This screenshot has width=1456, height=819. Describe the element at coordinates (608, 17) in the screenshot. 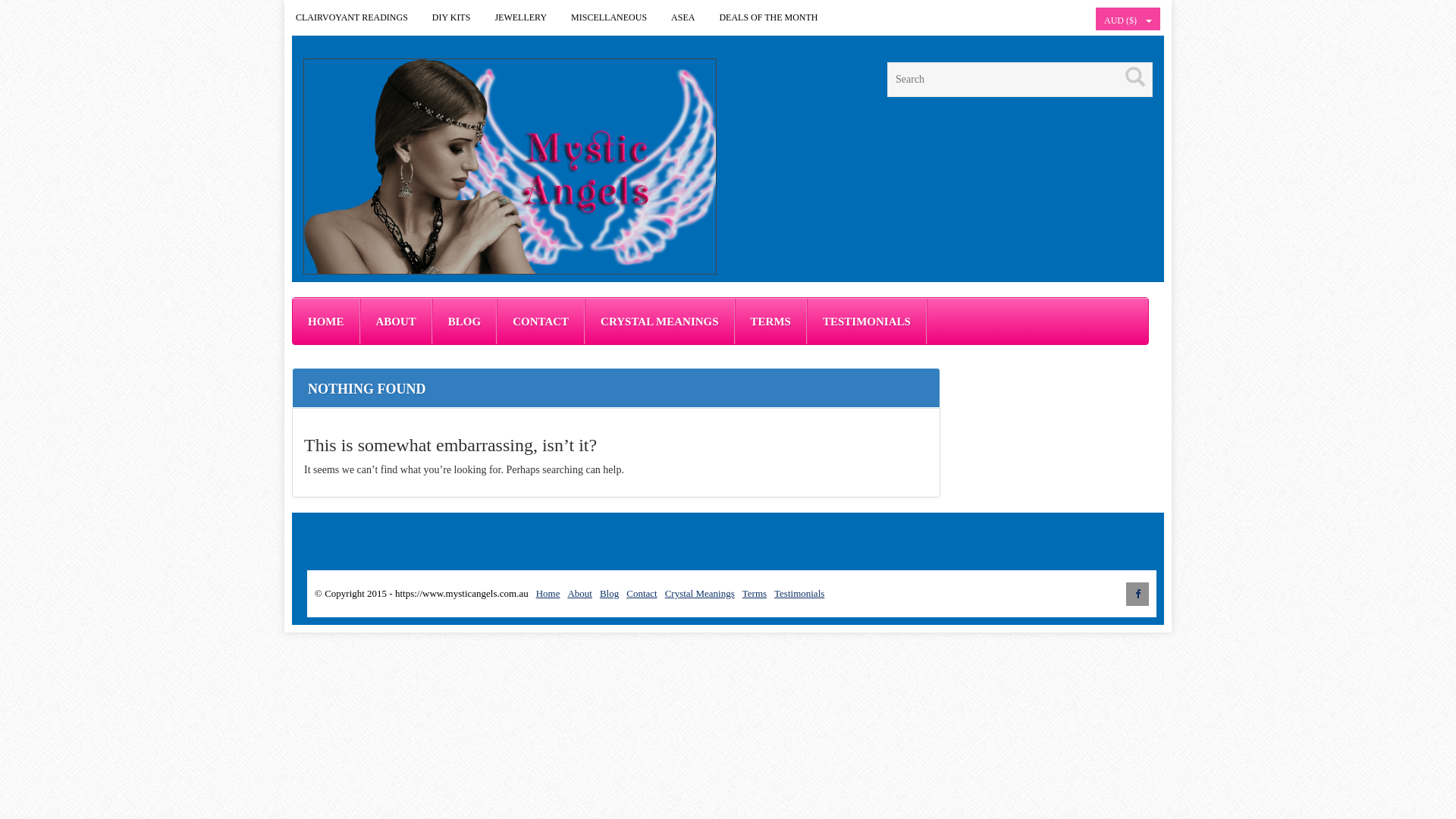

I see `'MISCELLANEOUS'` at that location.